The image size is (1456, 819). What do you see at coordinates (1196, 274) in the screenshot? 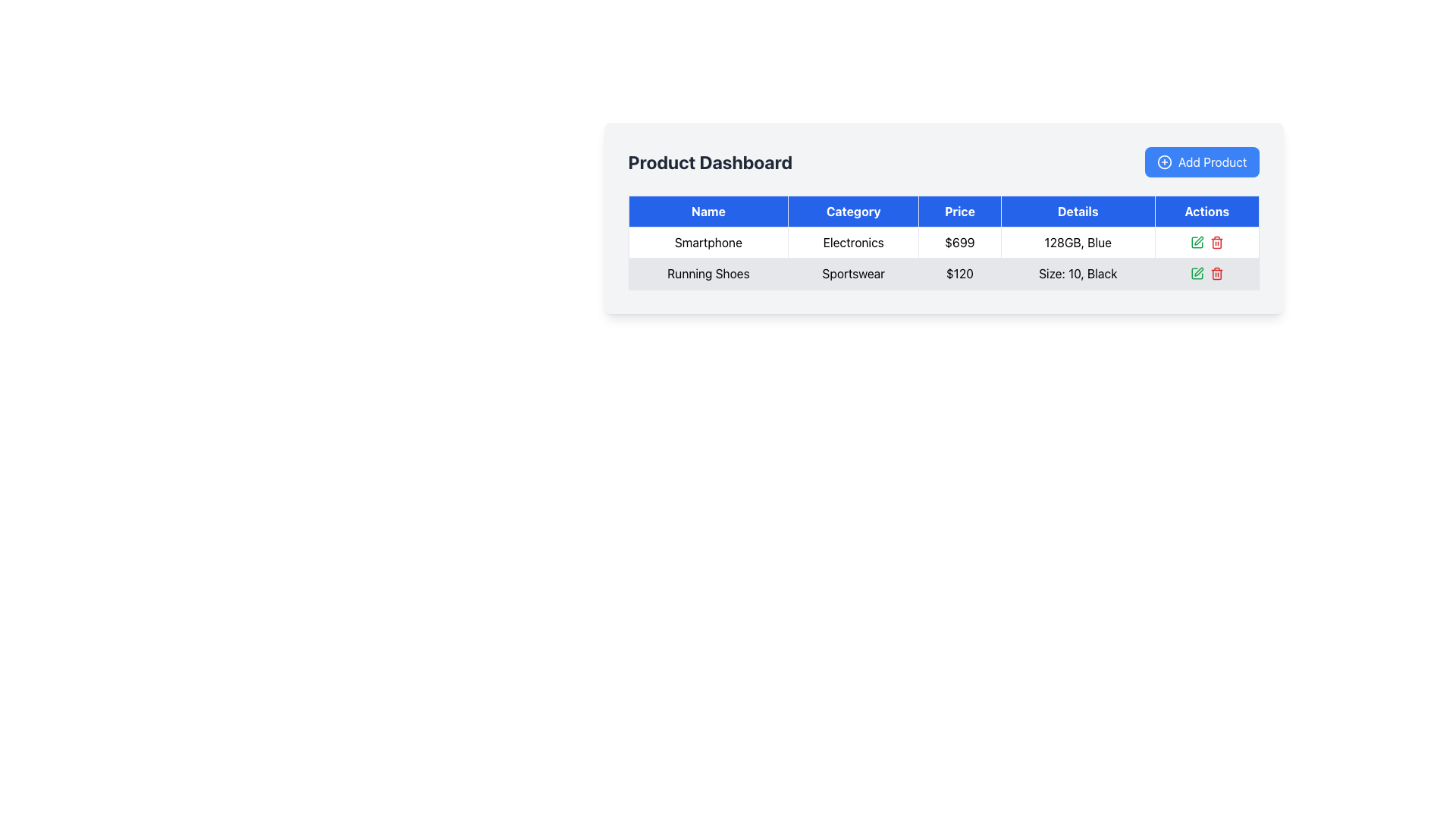
I see `the edit icon button located in the second row of the actions column` at bounding box center [1196, 274].